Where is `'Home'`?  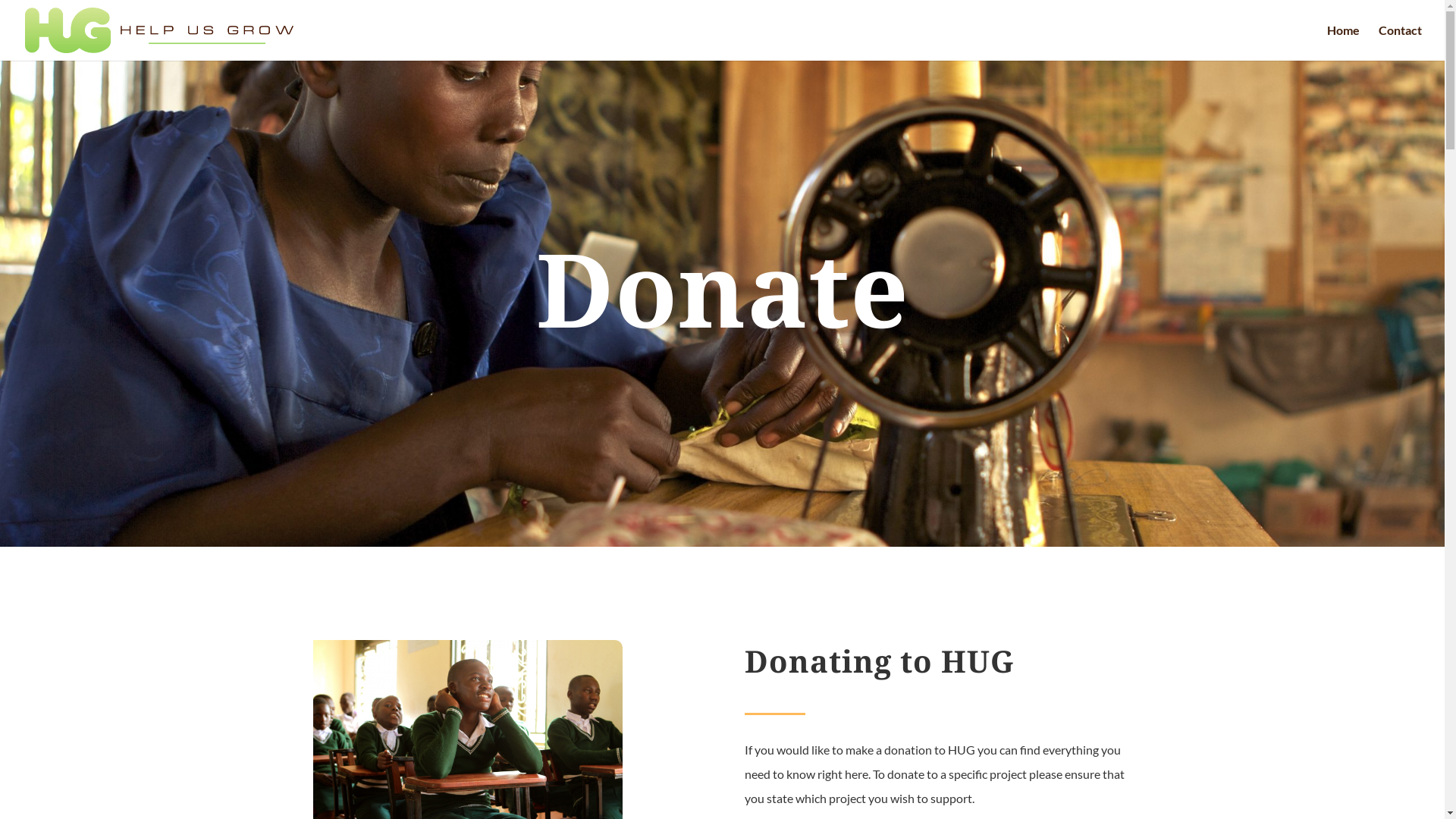 'Home' is located at coordinates (1343, 42).